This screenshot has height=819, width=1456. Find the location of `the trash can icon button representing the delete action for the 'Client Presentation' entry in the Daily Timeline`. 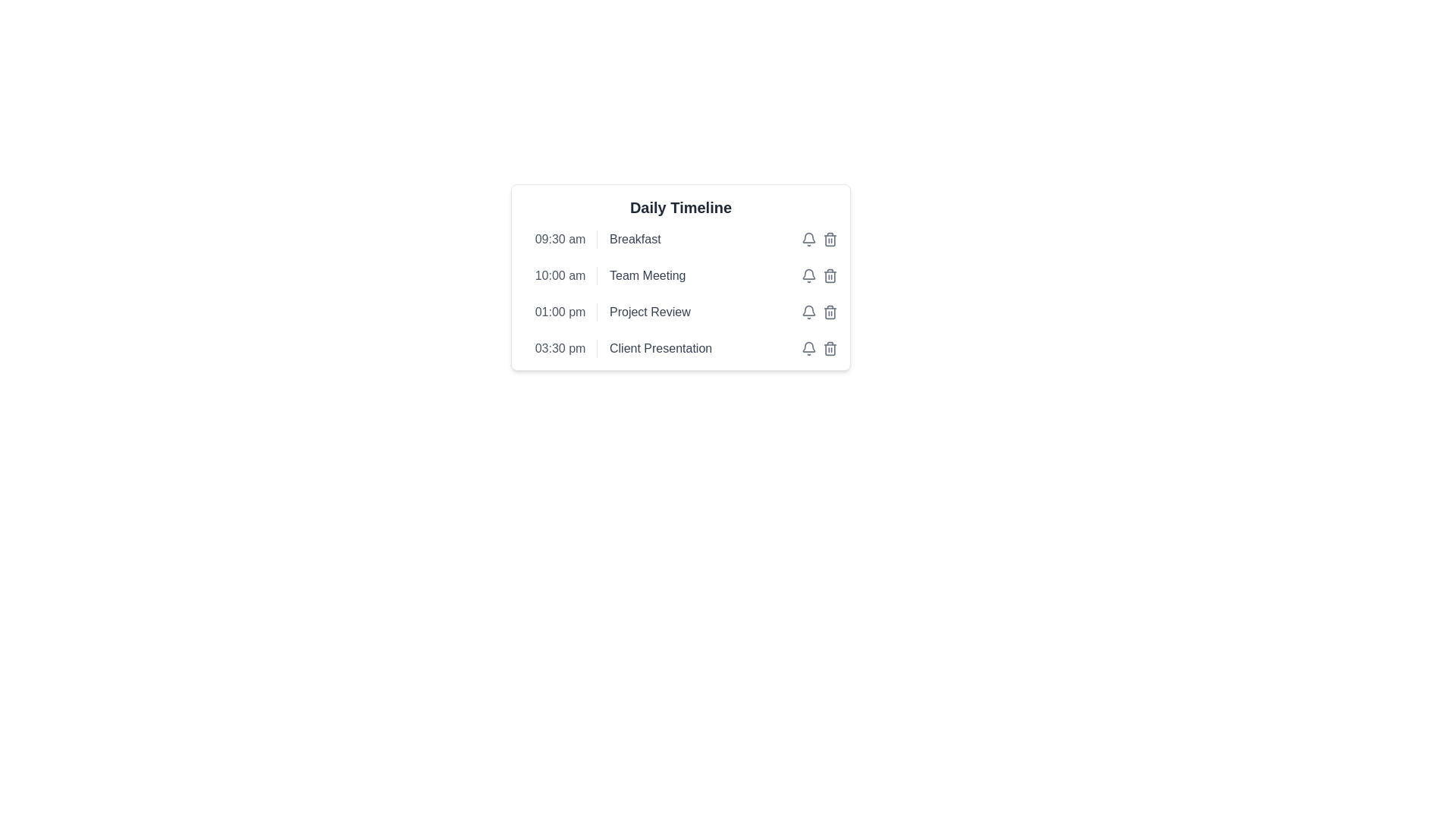

the trash can icon button representing the delete action for the 'Client Presentation' entry in the Daily Timeline is located at coordinates (829, 348).